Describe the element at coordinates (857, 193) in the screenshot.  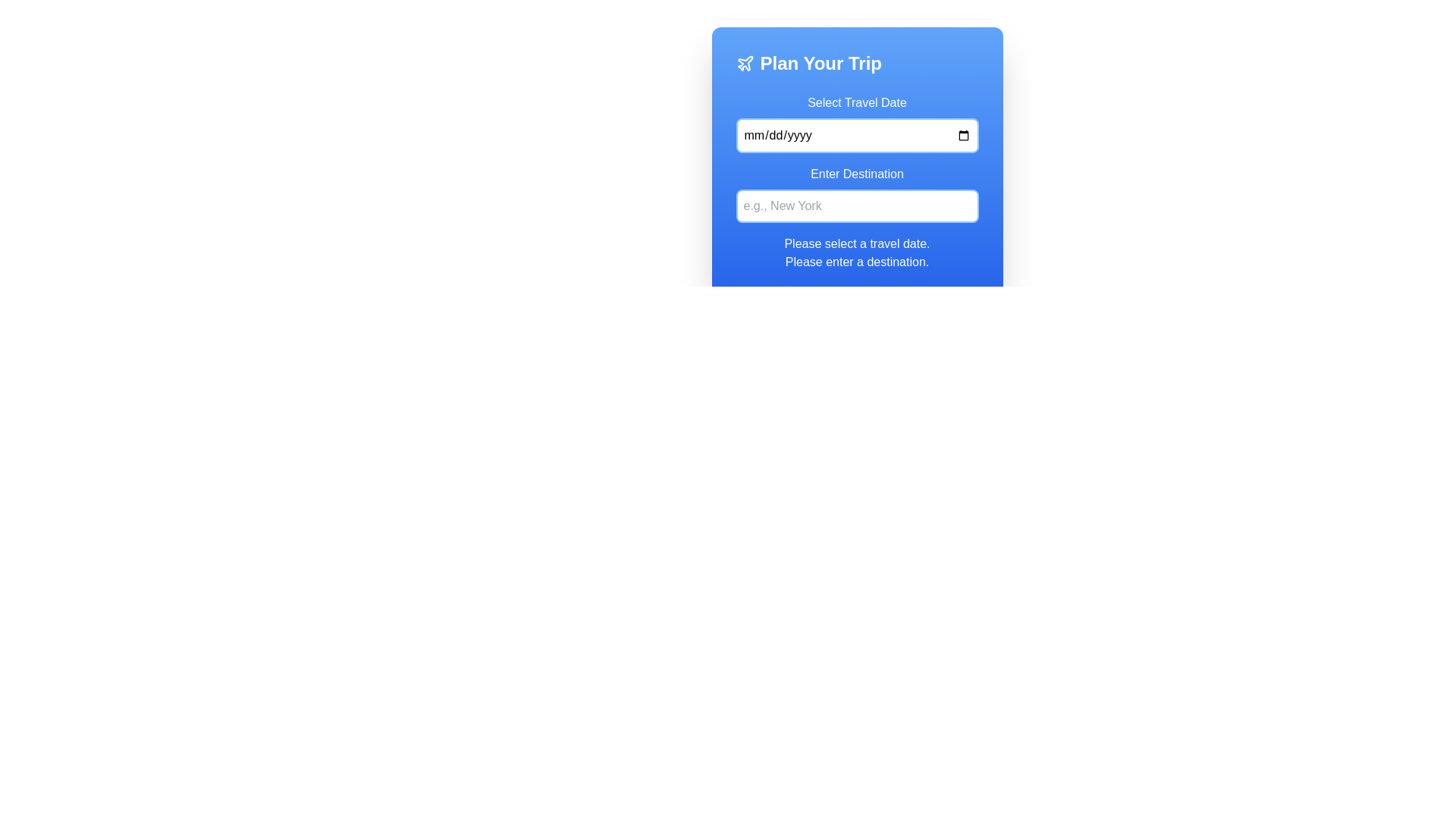
I see `the text input field labeled 'Enter Destination' with a light blue border to select the placeholder text 'e.g., New York'` at that location.